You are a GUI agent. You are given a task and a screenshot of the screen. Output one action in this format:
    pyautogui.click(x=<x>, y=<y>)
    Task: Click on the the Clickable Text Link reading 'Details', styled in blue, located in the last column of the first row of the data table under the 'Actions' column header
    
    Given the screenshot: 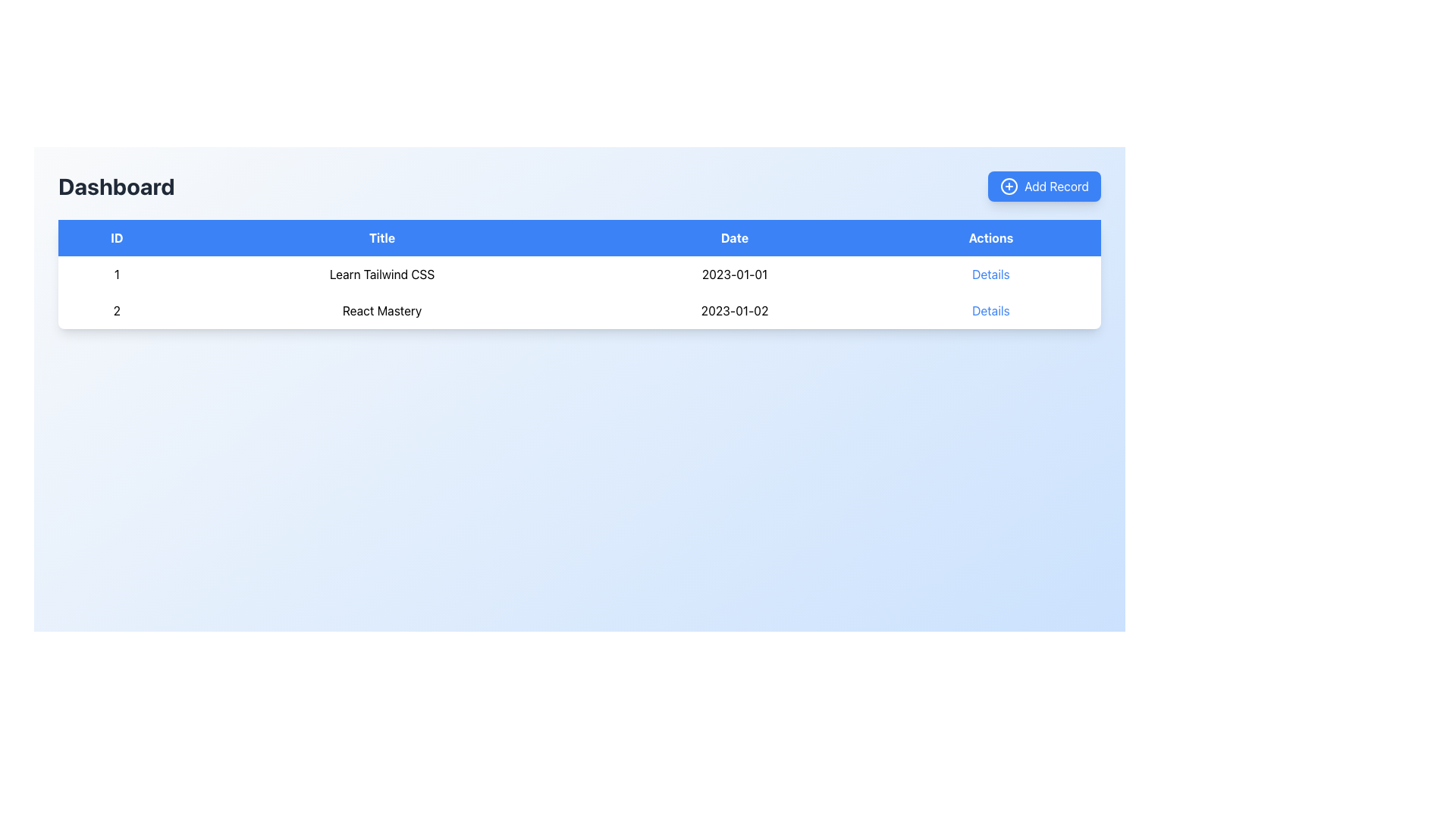 What is the action you would take?
    pyautogui.click(x=990, y=275)
    